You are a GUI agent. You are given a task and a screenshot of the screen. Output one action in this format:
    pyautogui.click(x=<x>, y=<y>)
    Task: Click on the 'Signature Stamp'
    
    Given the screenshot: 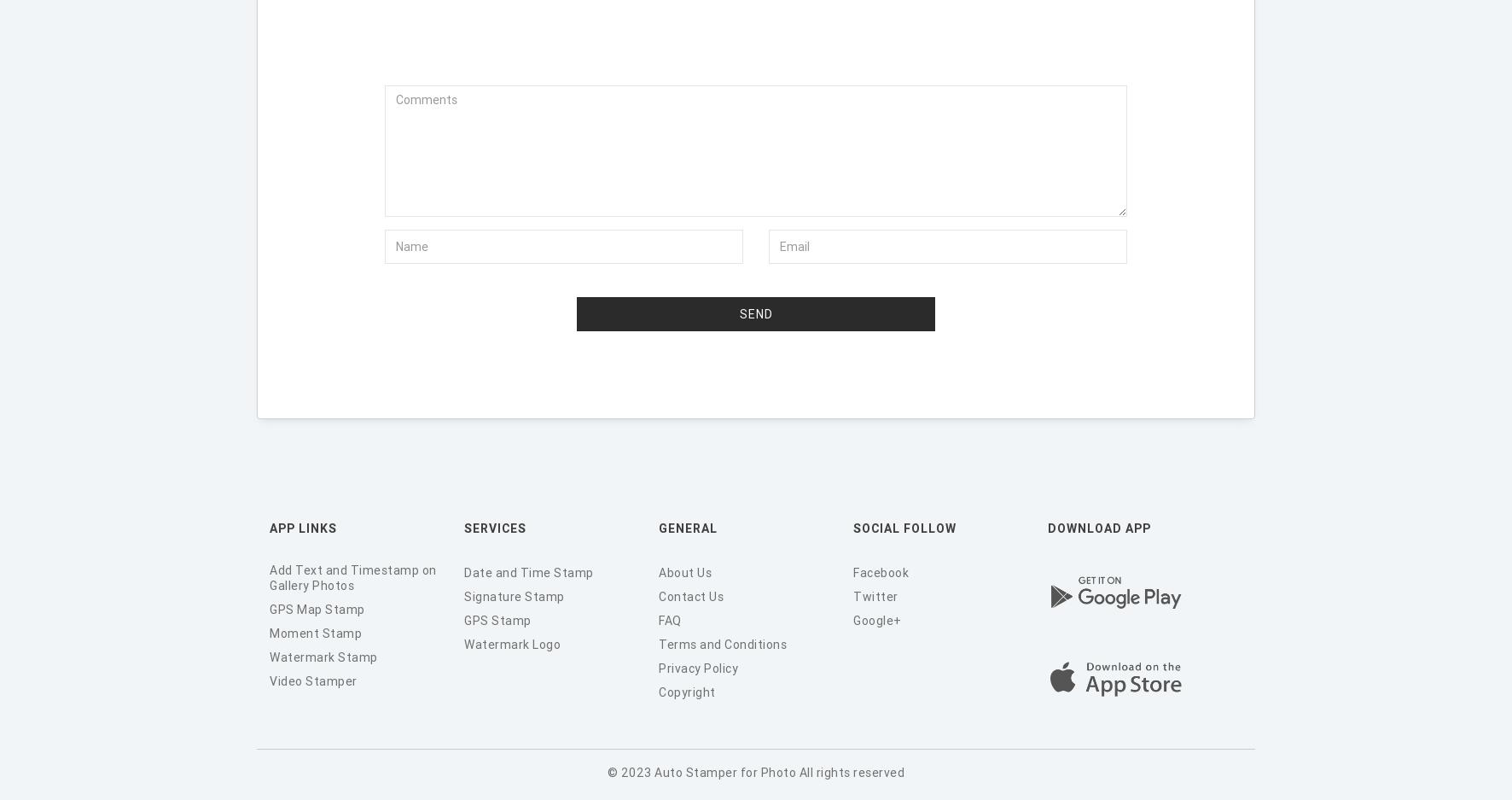 What is the action you would take?
    pyautogui.click(x=514, y=595)
    